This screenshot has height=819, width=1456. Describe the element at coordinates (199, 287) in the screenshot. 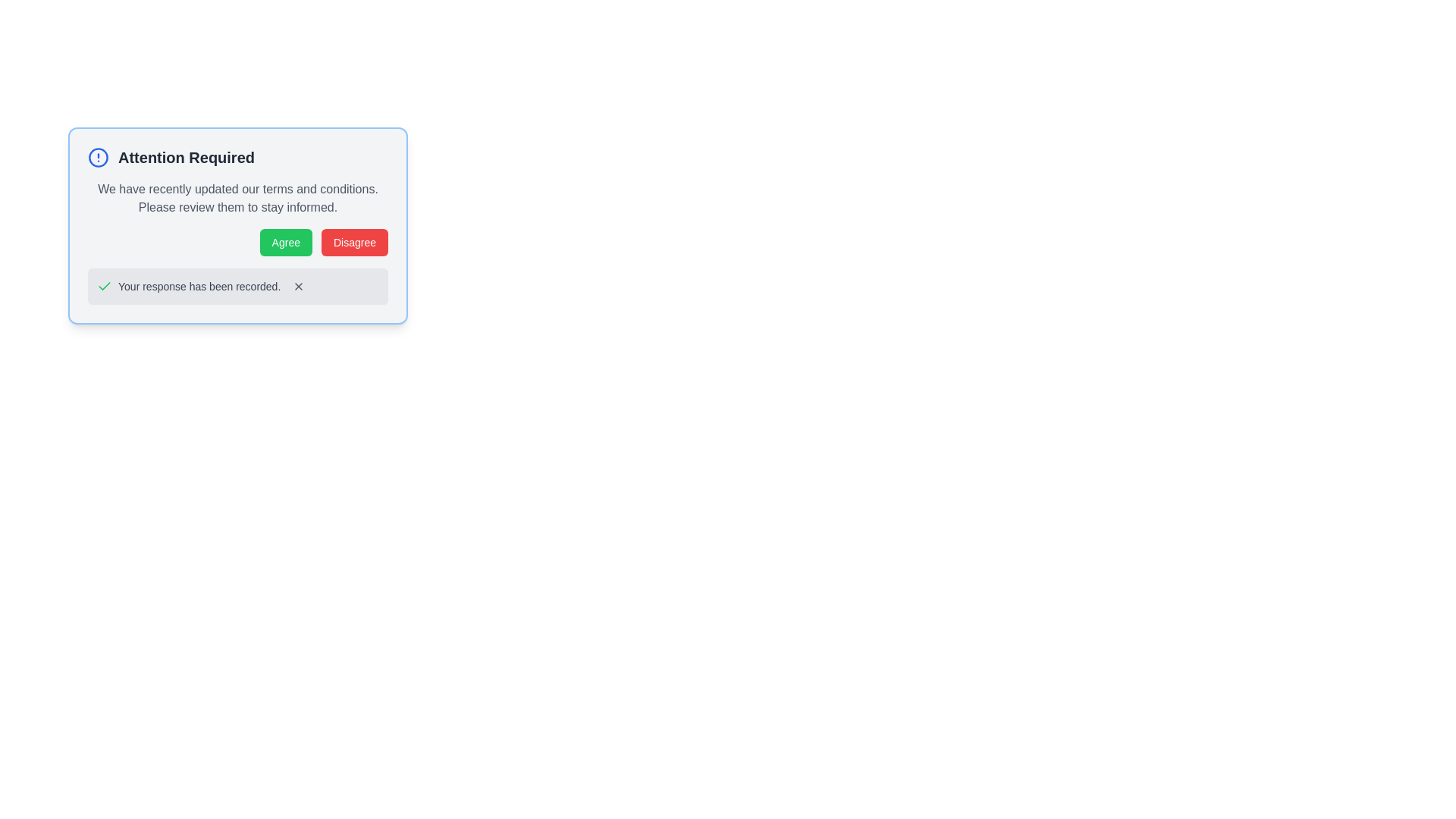

I see `the Text label that states 'Your response has been recorded.', which is styled in a smaller gray font and is located between a green checkmark icon and a small interactive button with an 'X' icon` at that location.